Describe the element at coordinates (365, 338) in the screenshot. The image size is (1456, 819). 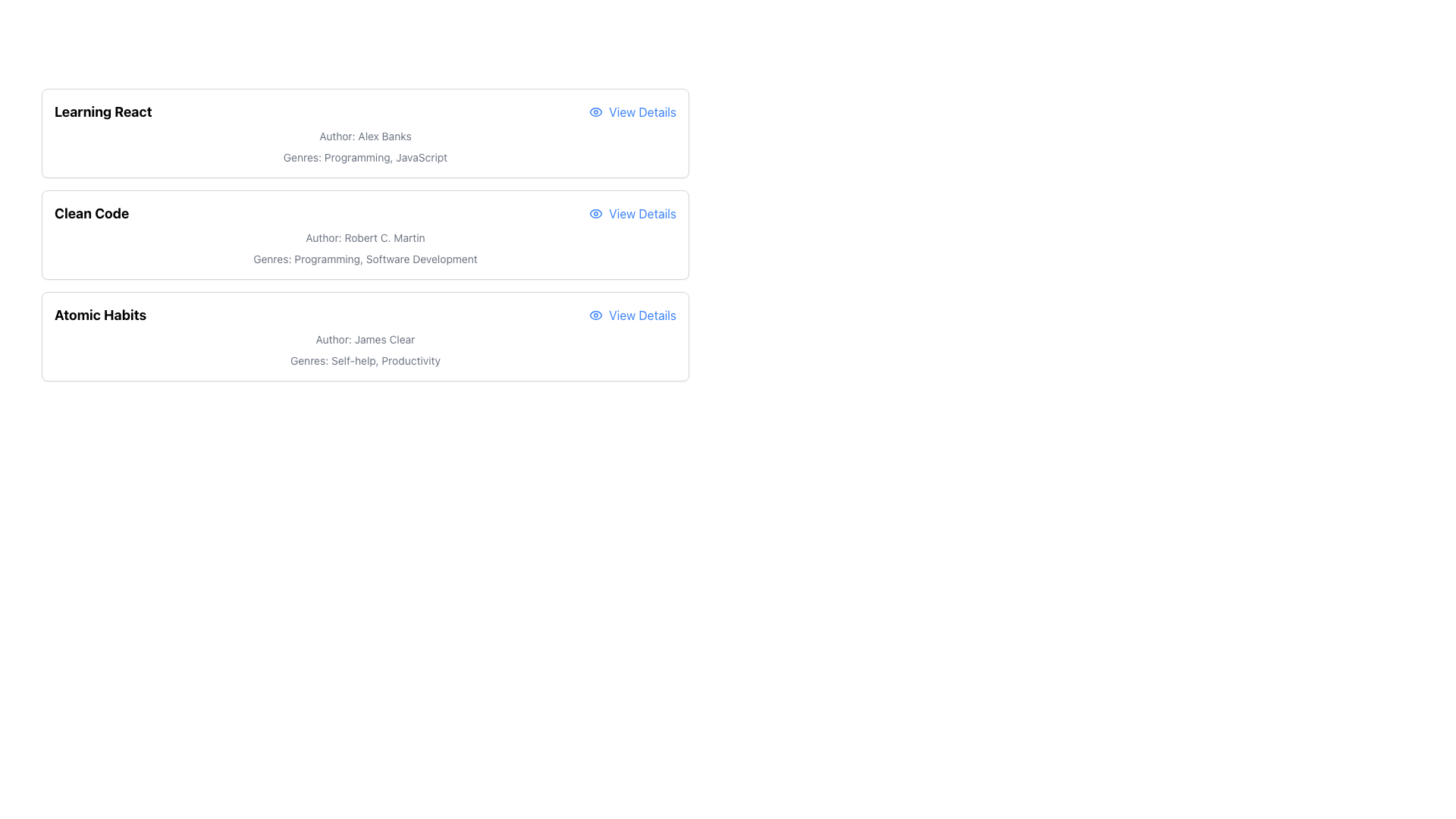
I see `the text element displaying 'Author: James Clear', which is styled in a small gray font and located within the book details card for 'Atomic Habits'` at that location.